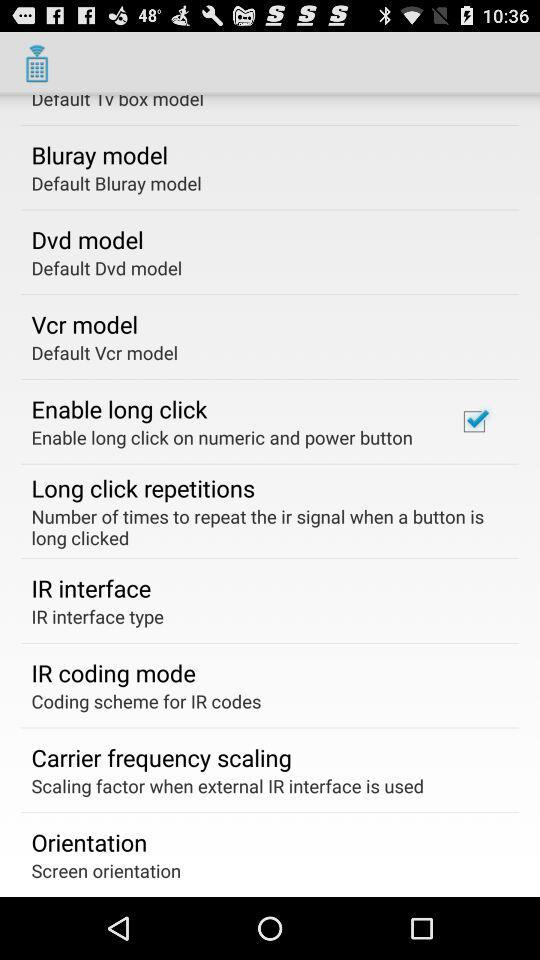 This screenshot has width=540, height=960. Describe the element at coordinates (263, 526) in the screenshot. I see `item below the long click repetitions item` at that location.